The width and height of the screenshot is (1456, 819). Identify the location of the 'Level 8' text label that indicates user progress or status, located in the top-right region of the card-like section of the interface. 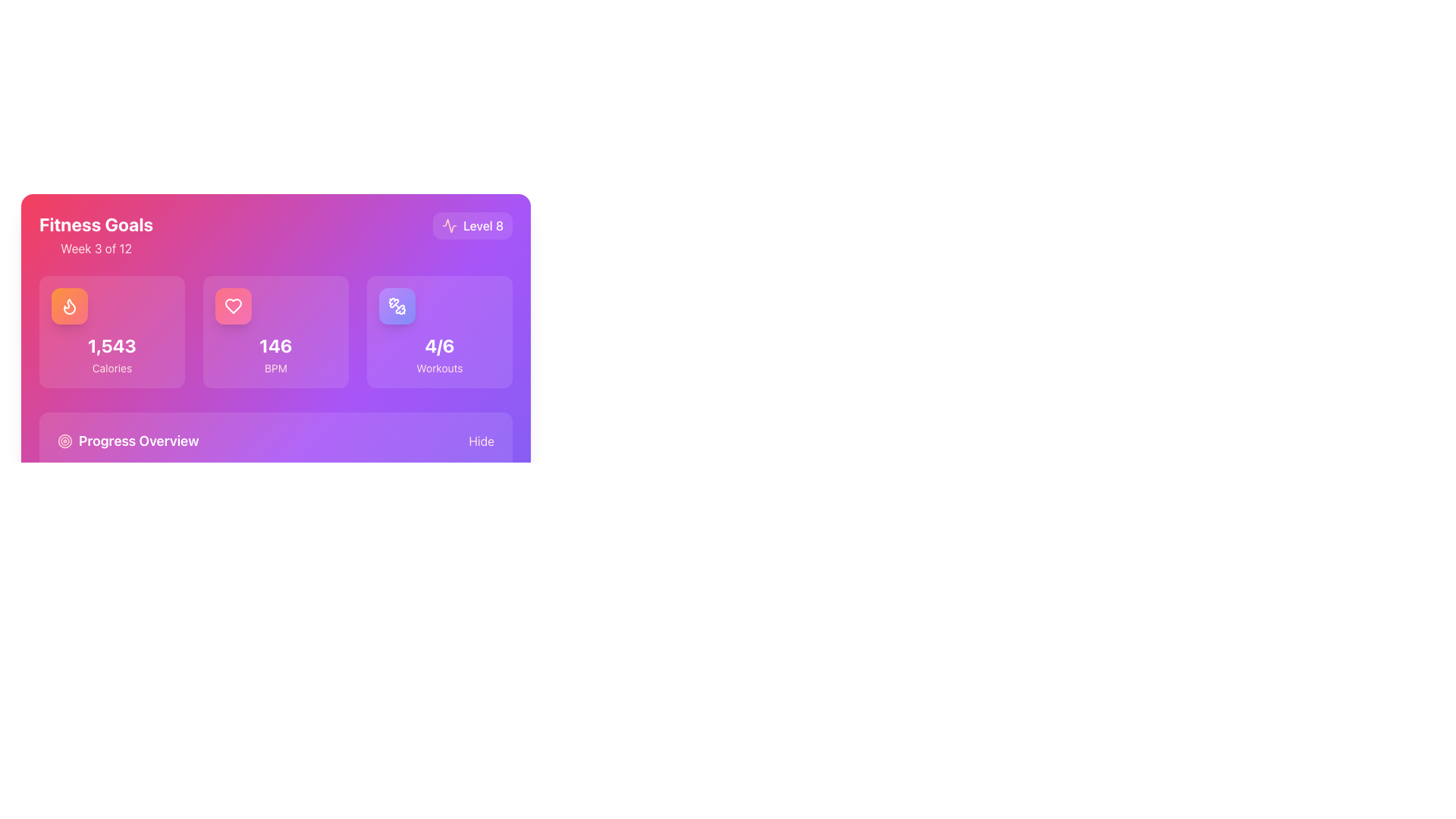
(482, 225).